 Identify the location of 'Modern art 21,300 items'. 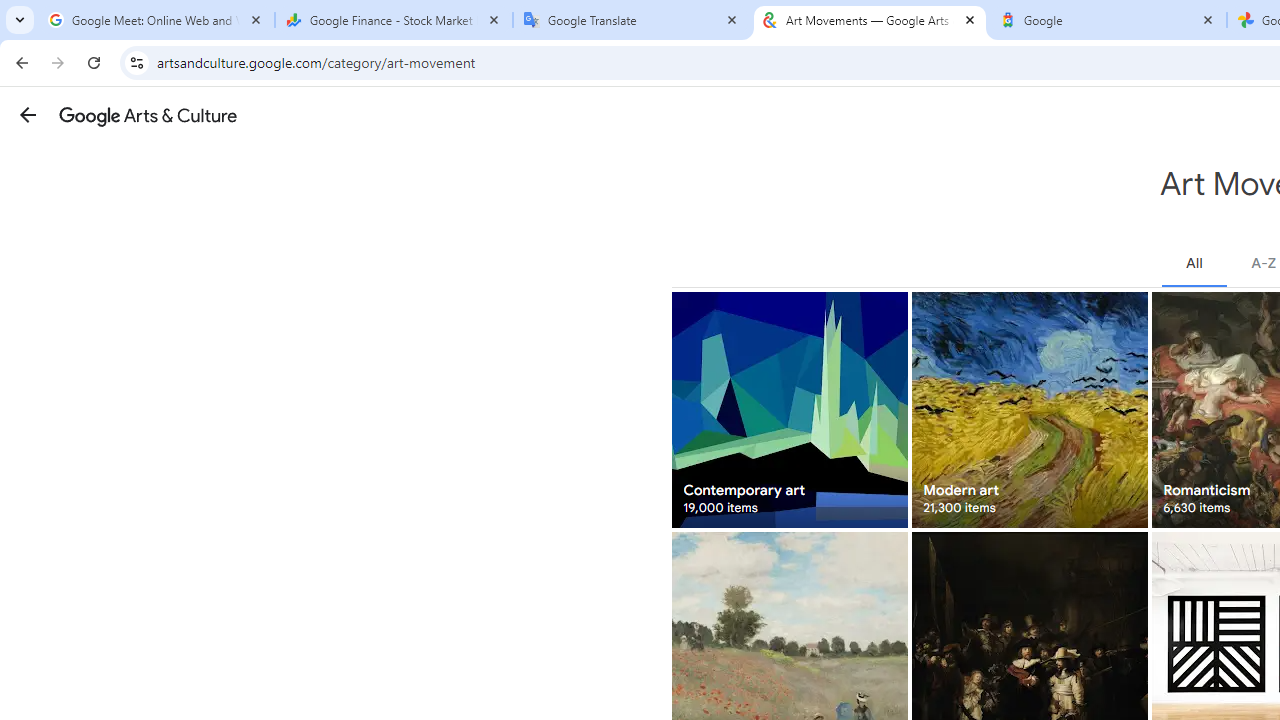
(1029, 409).